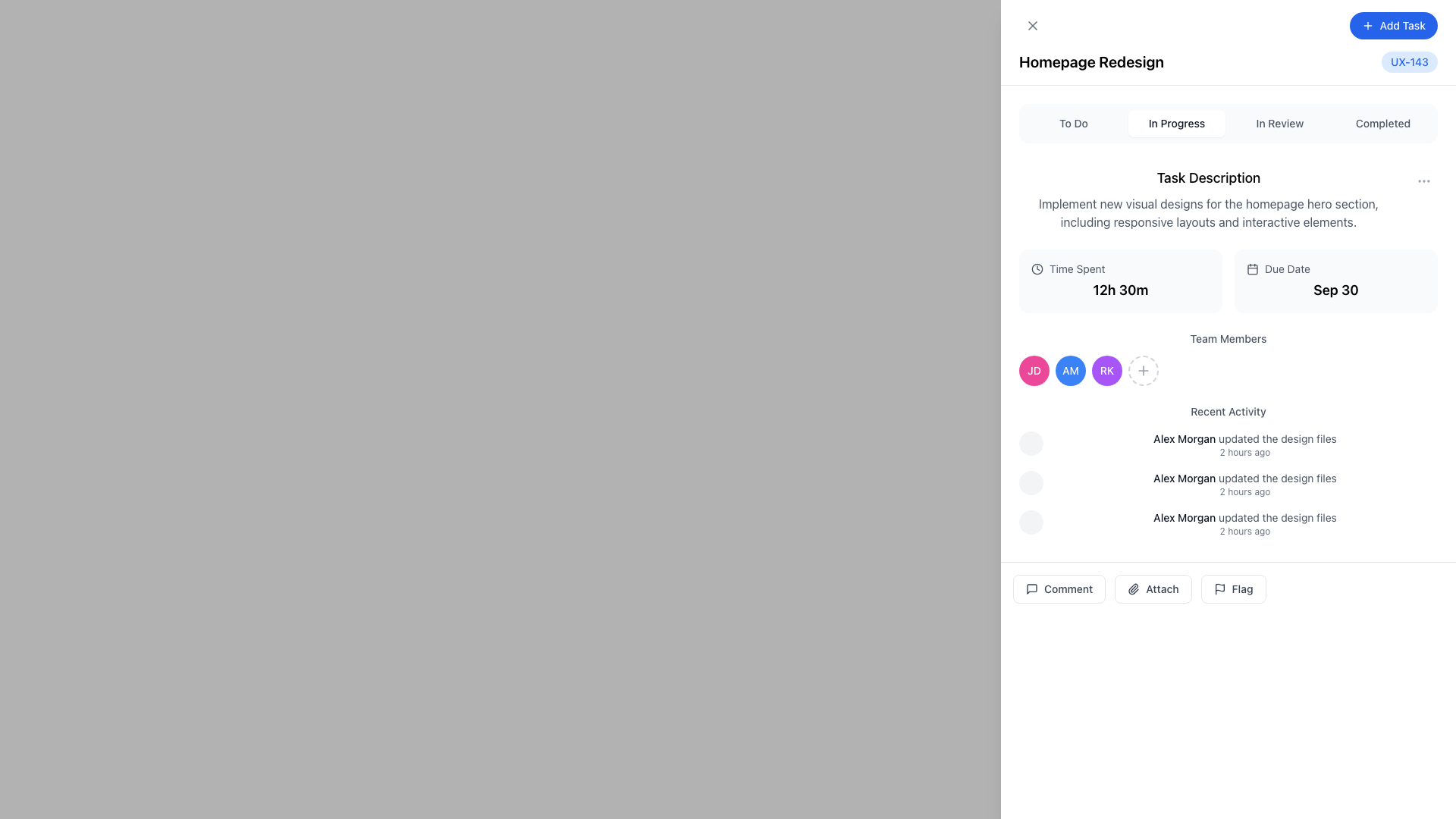 This screenshot has width=1456, height=819. Describe the element at coordinates (1228, 412) in the screenshot. I see `the Static Text labeled 'Recent Activity', which is positioned at the top of a column listing user activities in light gray color` at that location.